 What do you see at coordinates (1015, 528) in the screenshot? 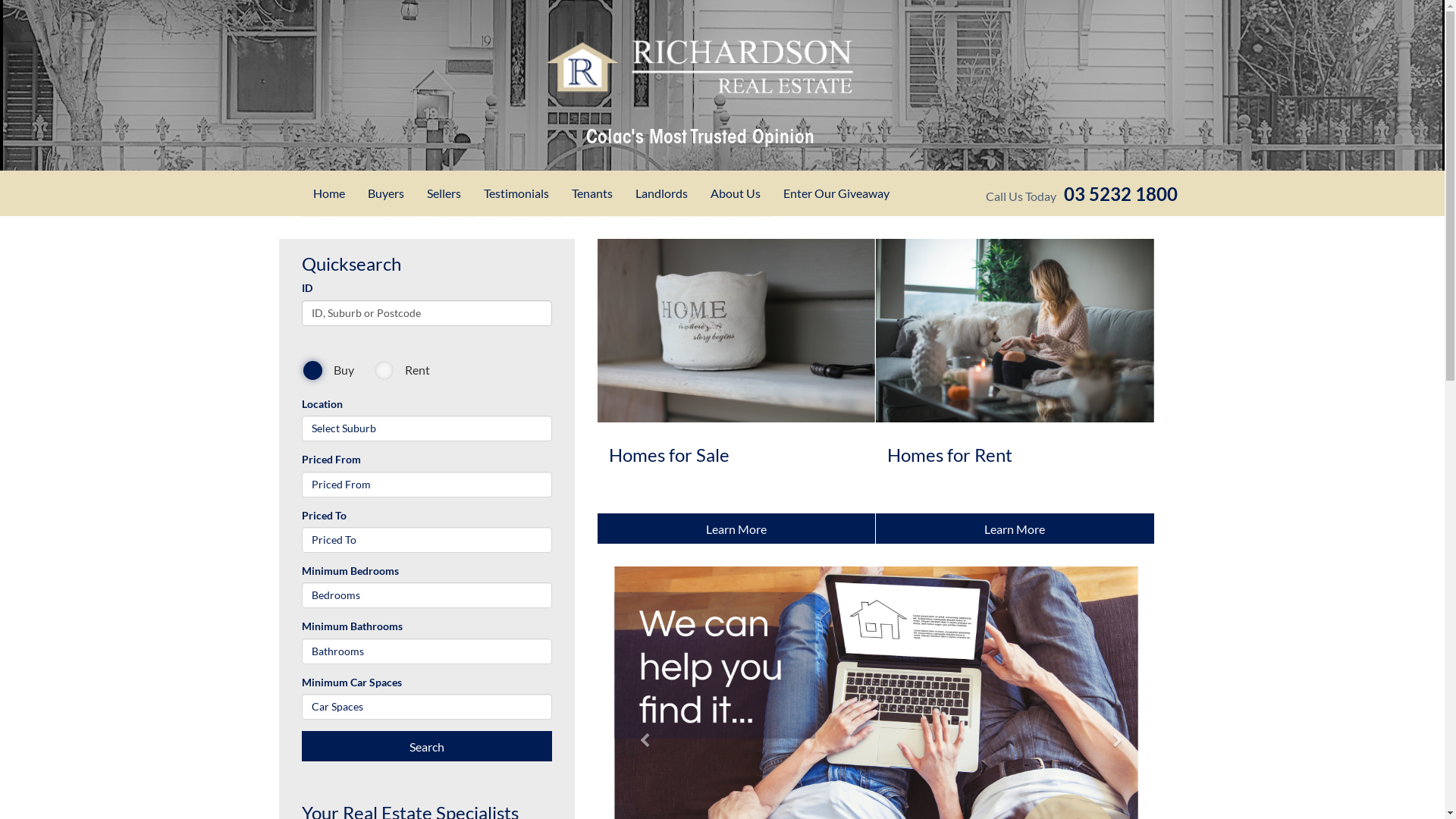
I see `'Learn More'` at bounding box center [1015, 528].